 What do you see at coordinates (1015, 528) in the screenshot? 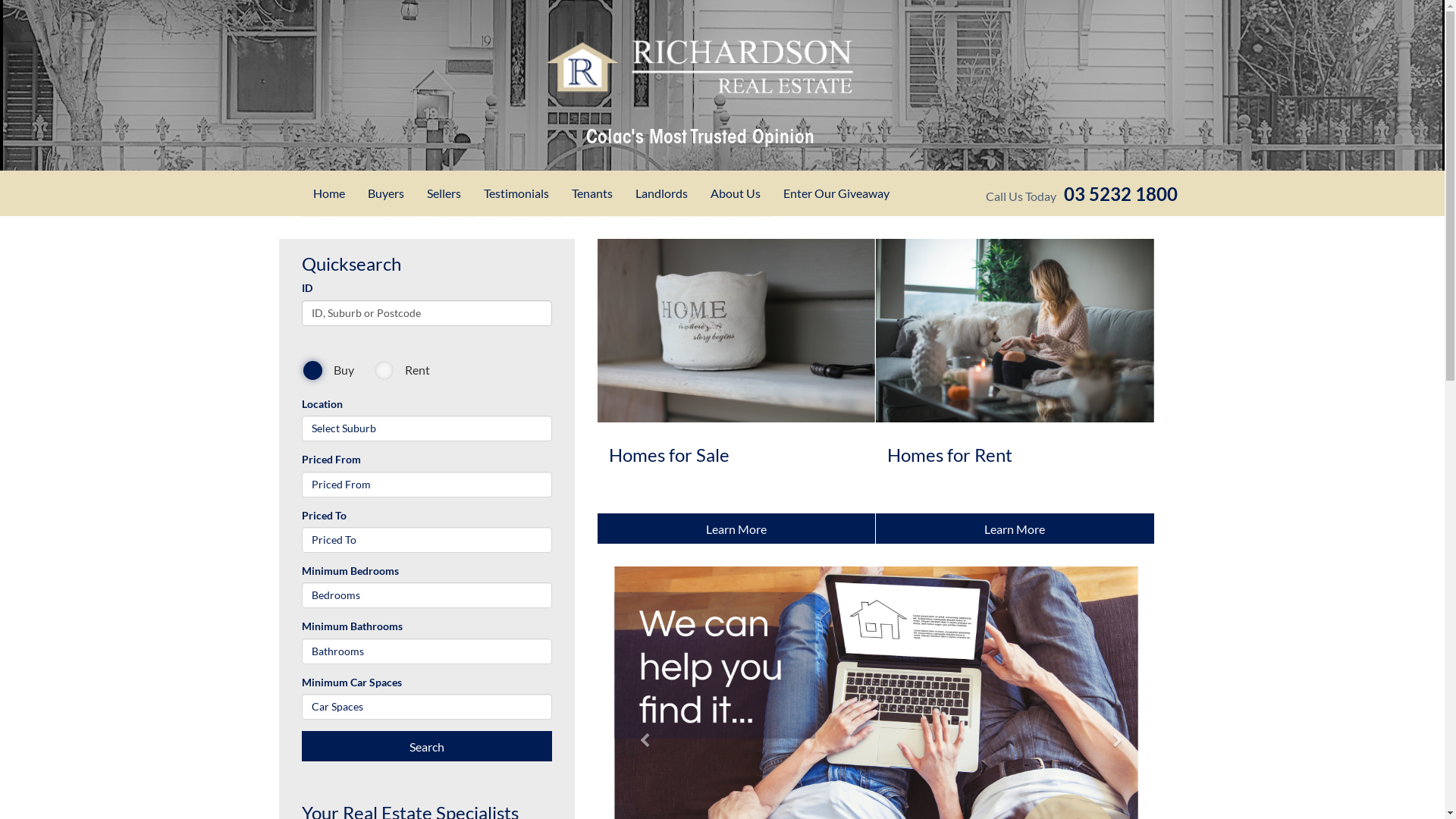
I see `'Learn More'` at bounding box center [1015, 528].